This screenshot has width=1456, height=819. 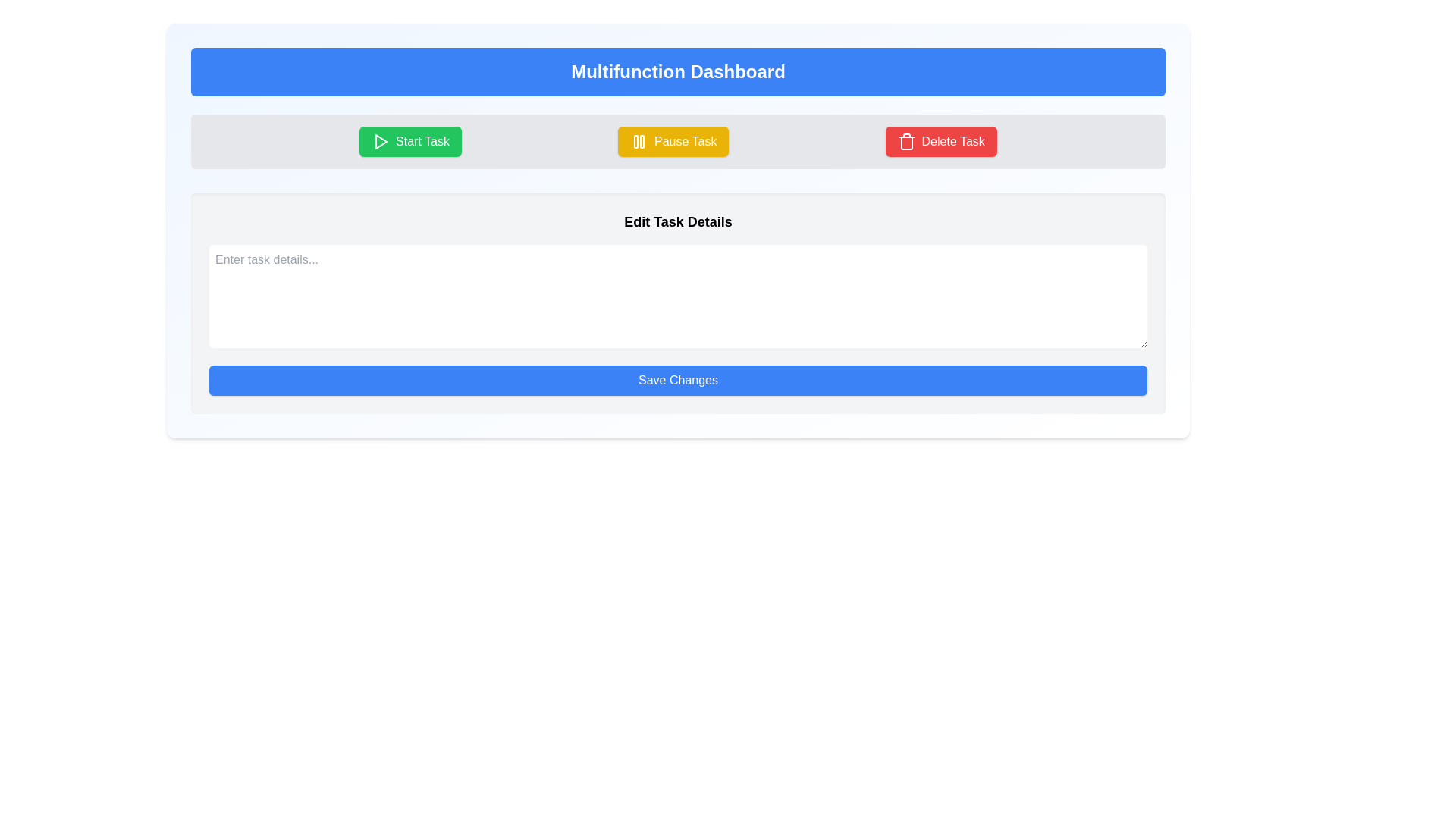 What do you see at coordinates (673, 141) in the screenshot?
I see `the 'Pause Task' button, which is a rectangular button with a golden-yellow background and white text` at bounding box center [673, 141].